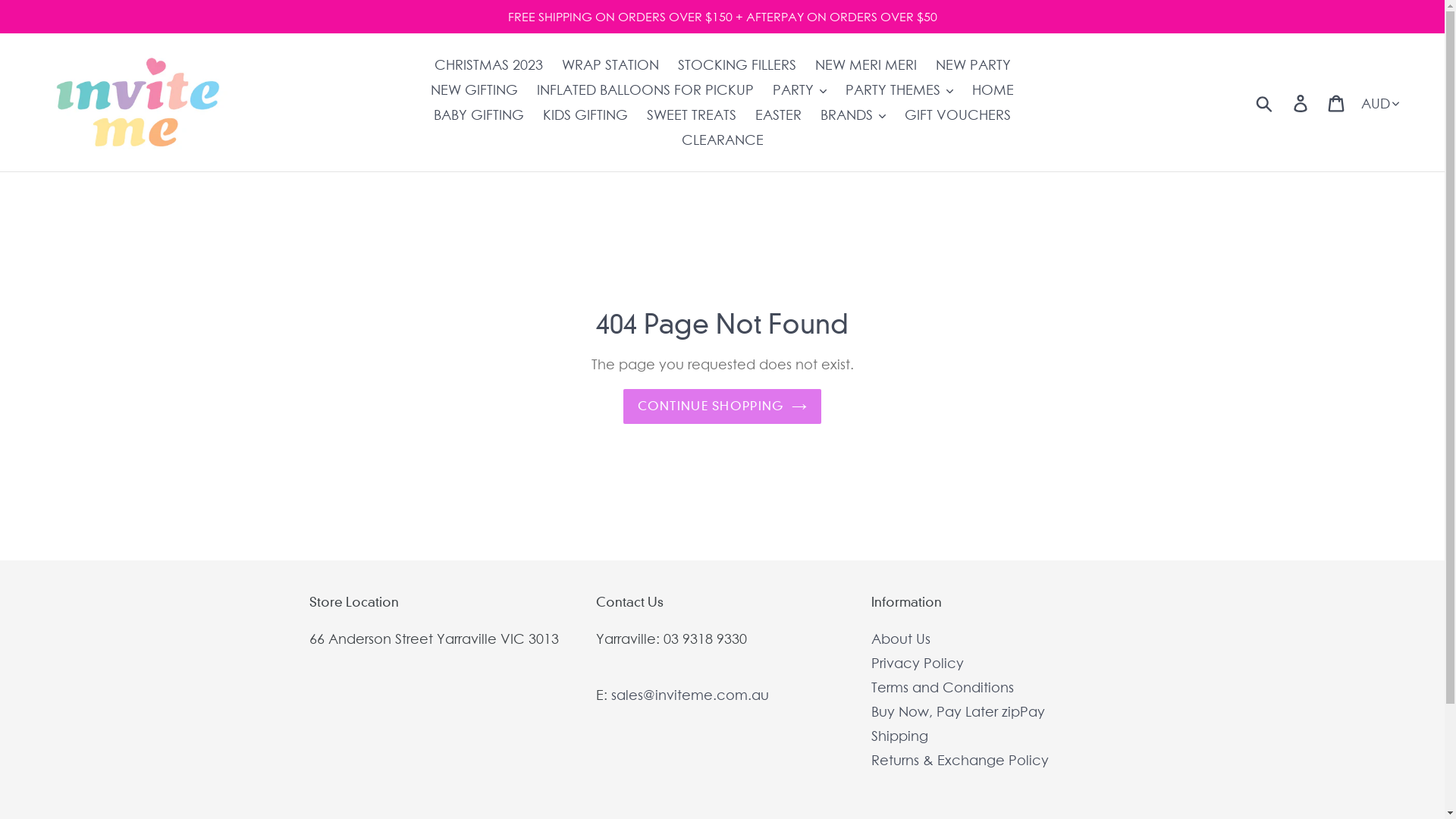 This screenshot has width=1456, height=819. What do you see at coordinates (871, 711) in the screenshot?
I see `'Buy Now, Pay Later zipPay'` at bounding box center [871, 711].